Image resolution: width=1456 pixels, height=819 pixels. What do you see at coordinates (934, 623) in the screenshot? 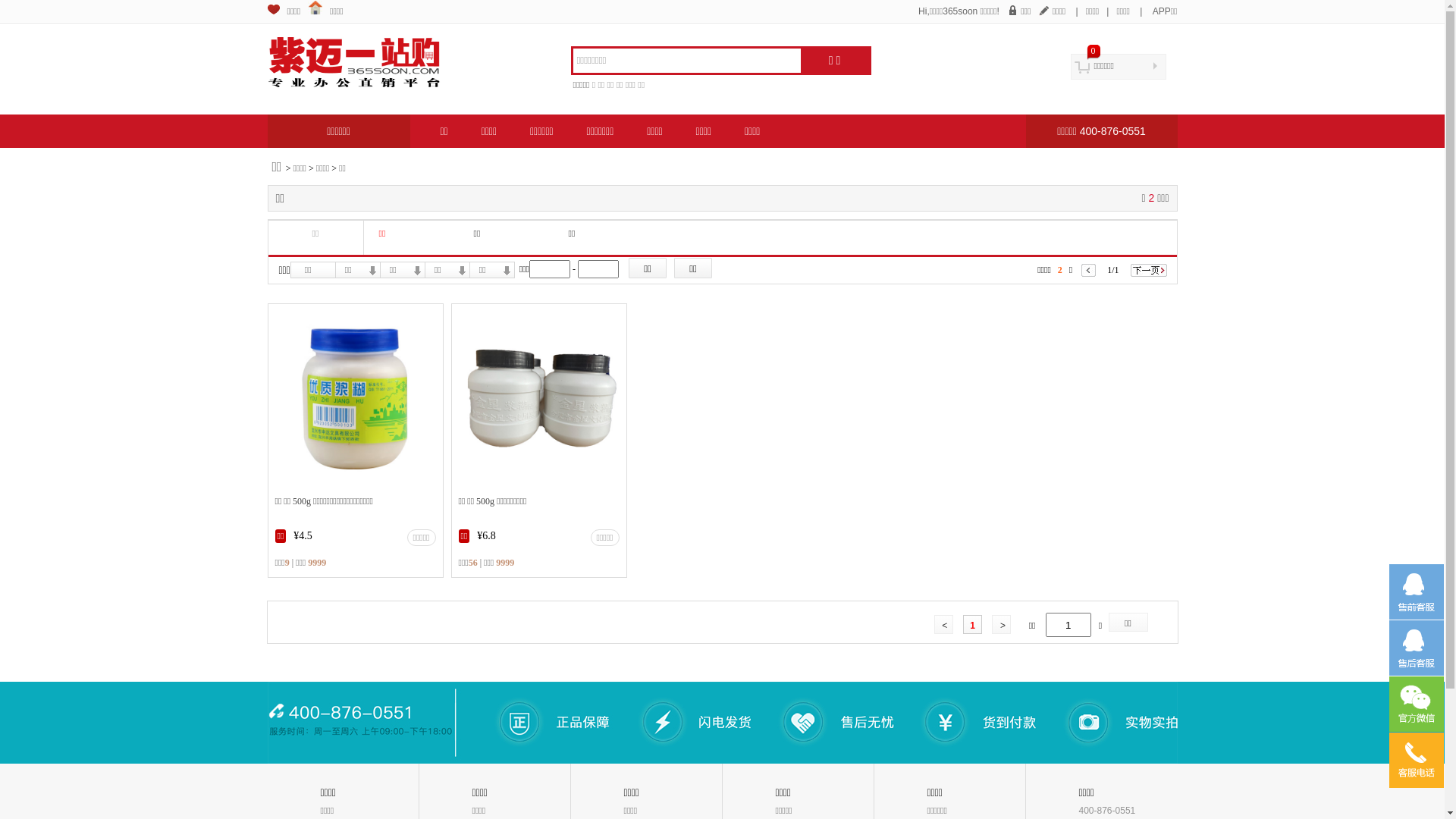
I see `' <'` at bounding box center [934, 623].